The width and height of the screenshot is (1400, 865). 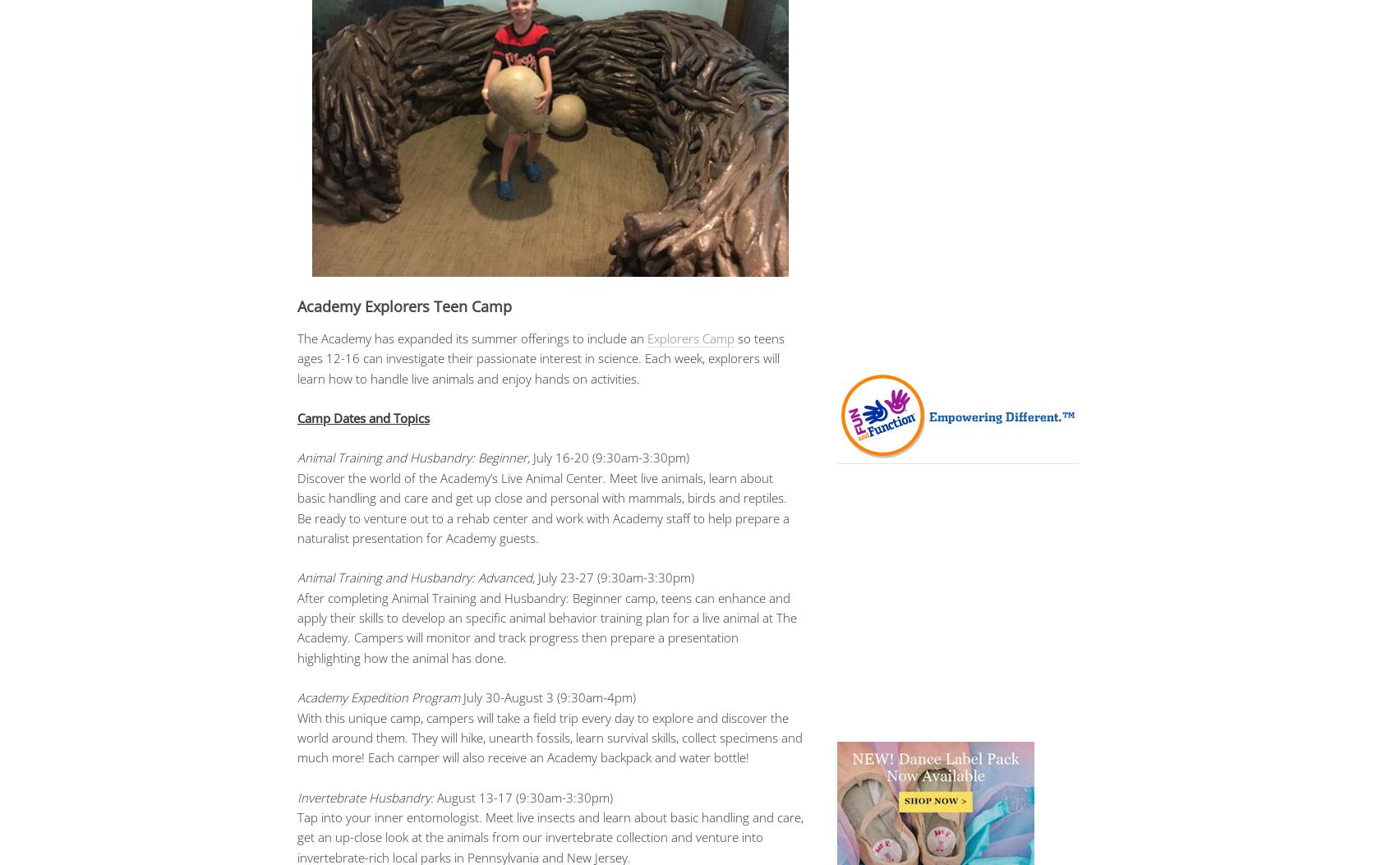 What do you see at coordinates (404, 305) in the screenshot?
I see `'Academy Explorers Teen Camp'` at bounding box center [404, 305].